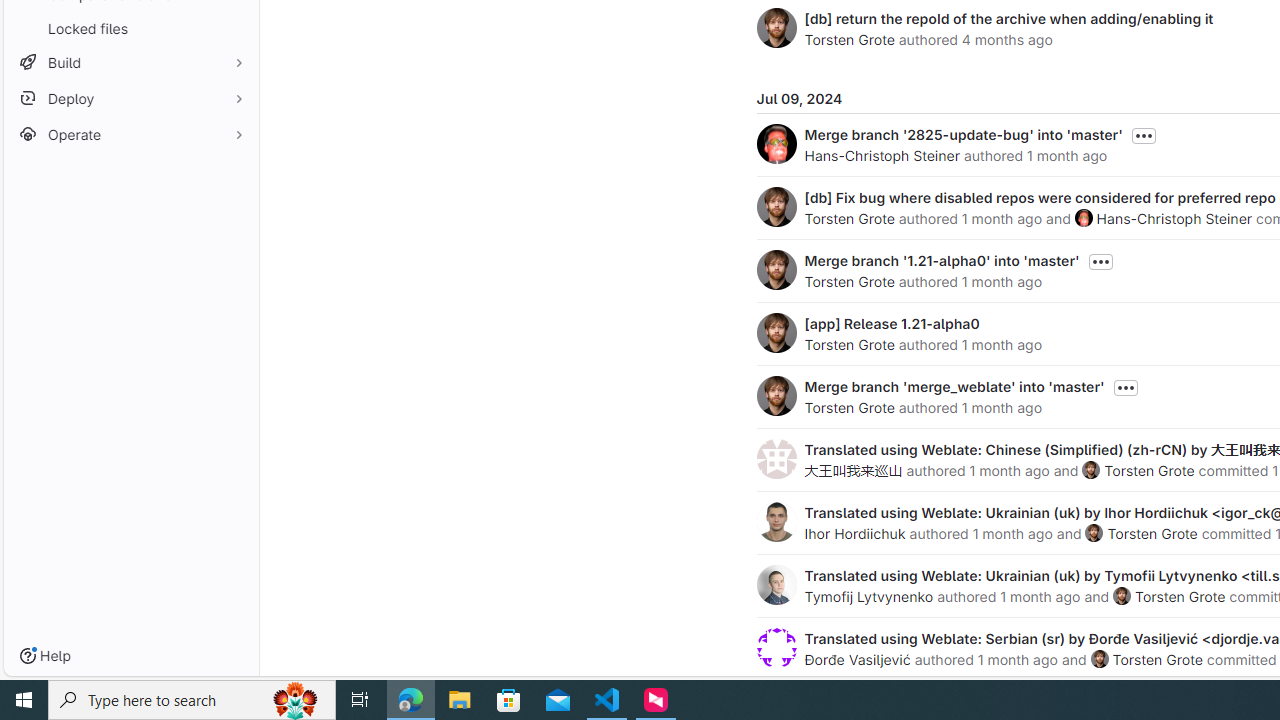 The width and height of the screenshot is (1280, 720). What do you see at coordinates (130, 61) in the screenshot?
I see `'Build'` at bounding box center [130, 61].